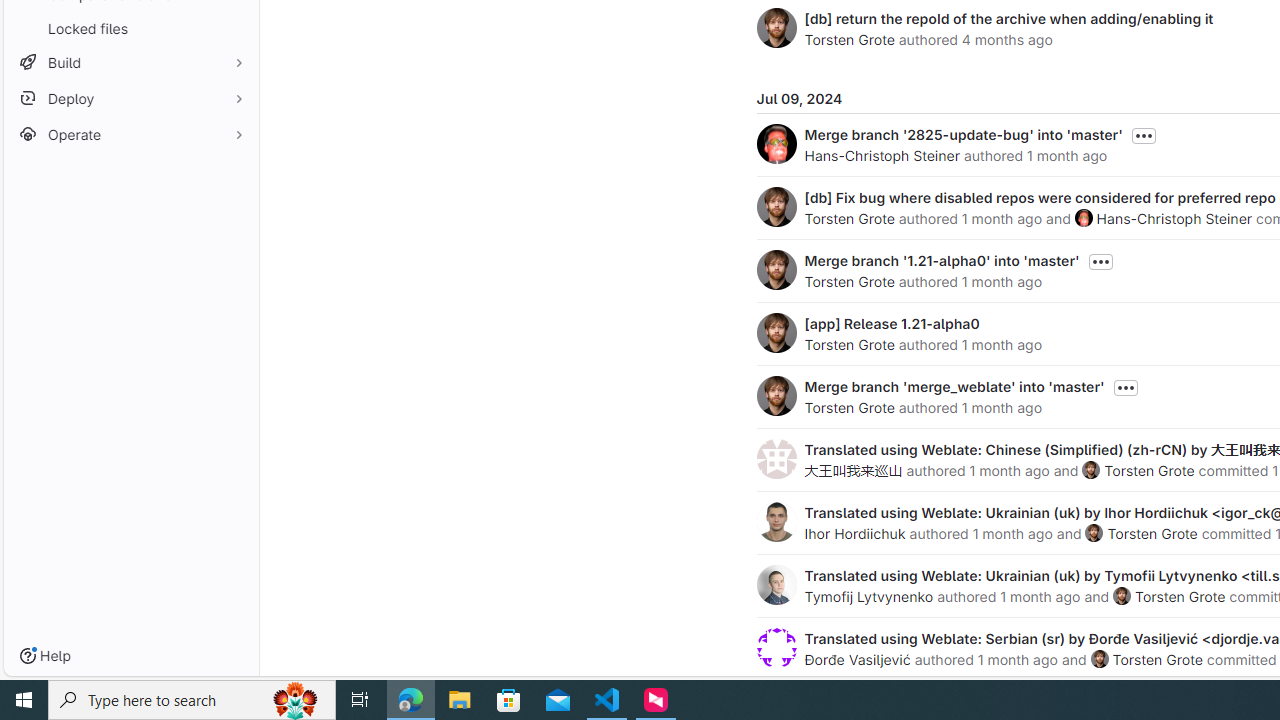 The width and height of the screenshot is (1280, 720). What do you see at coordinates (130, 61) in the screenshot?
I see `'Build'` at bounding box center [130, 61].